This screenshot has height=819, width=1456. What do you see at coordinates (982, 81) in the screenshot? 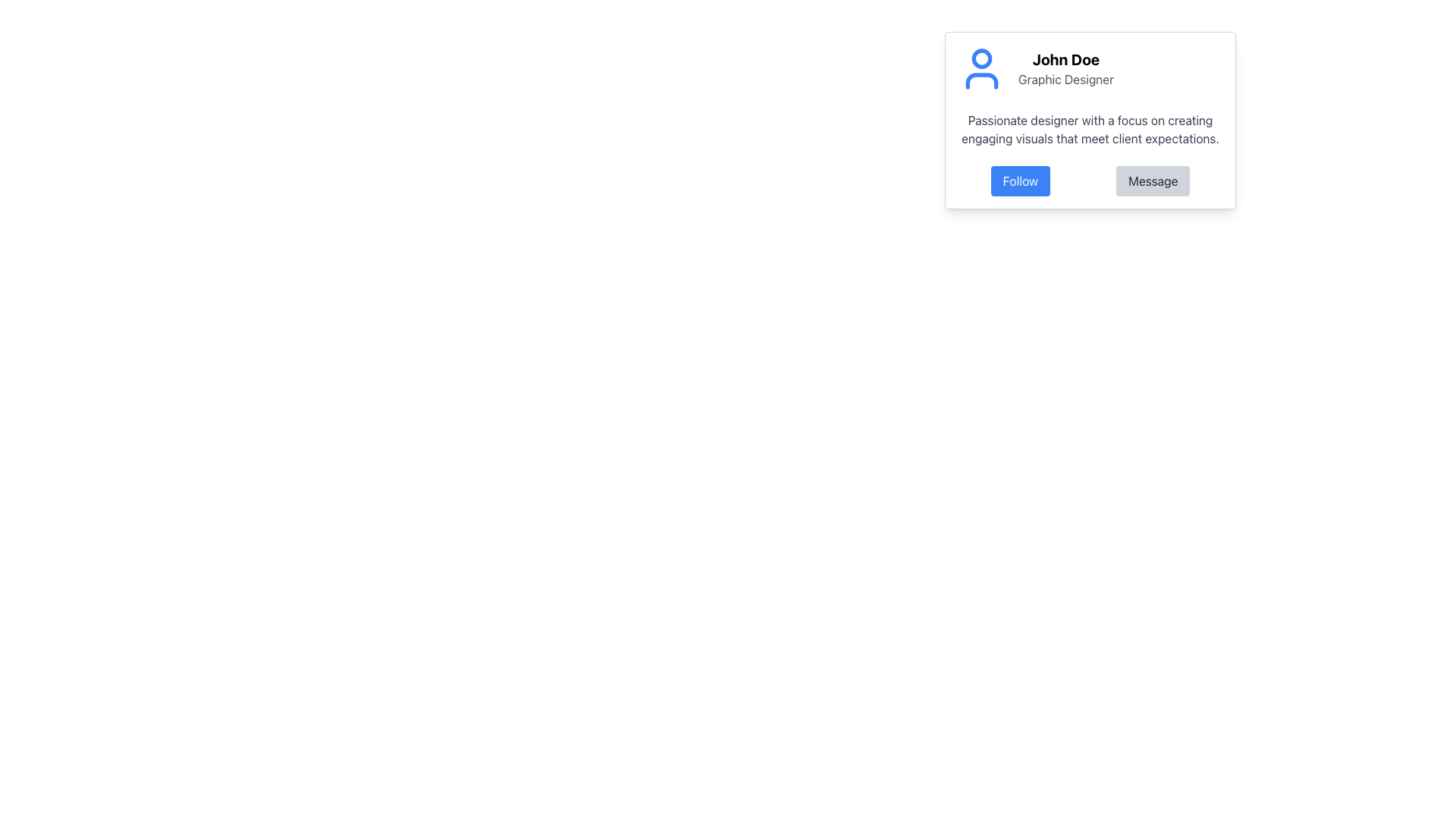
I see `the dark silhouette of a person's torso and arms within the user avatar illustration located at the bottom section of the circular avatar icon at the top-left of the white card` at bounding box center [982, 81].